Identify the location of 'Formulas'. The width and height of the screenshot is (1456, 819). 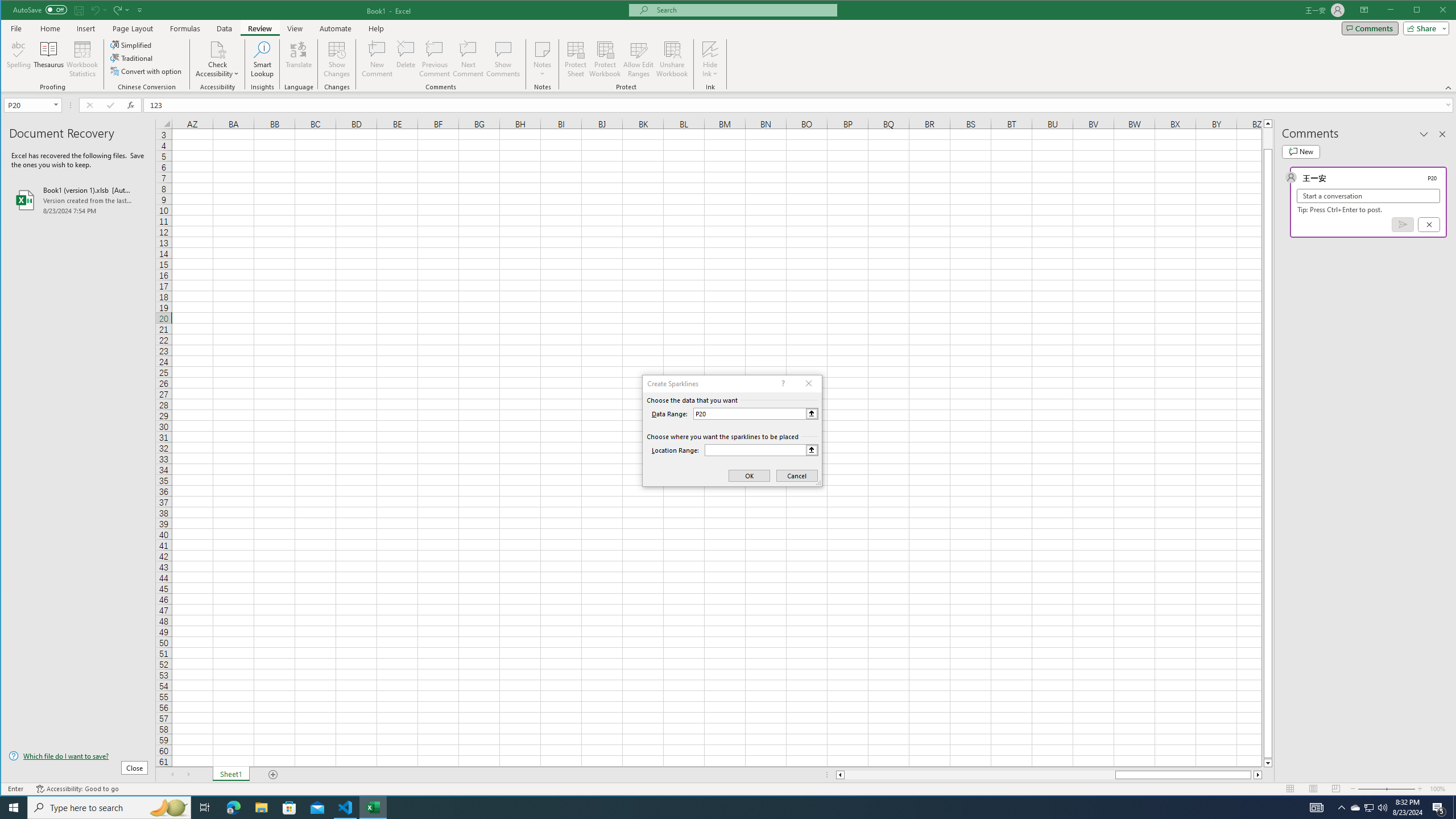
(185, 28).